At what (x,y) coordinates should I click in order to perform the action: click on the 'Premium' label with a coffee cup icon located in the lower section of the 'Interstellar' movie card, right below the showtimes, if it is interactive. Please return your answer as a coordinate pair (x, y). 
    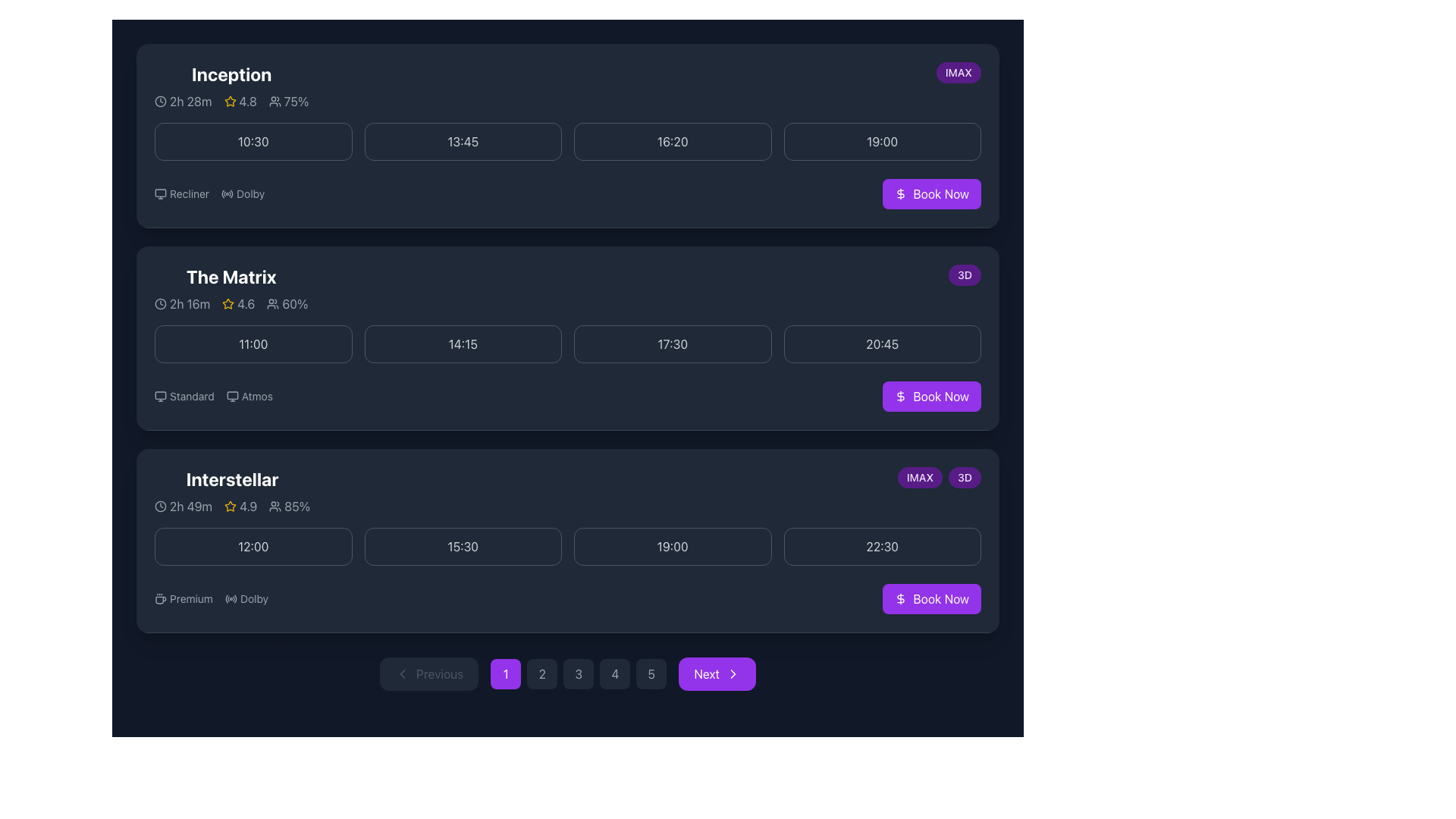
    Looking at the image, I should click on (183, 598).